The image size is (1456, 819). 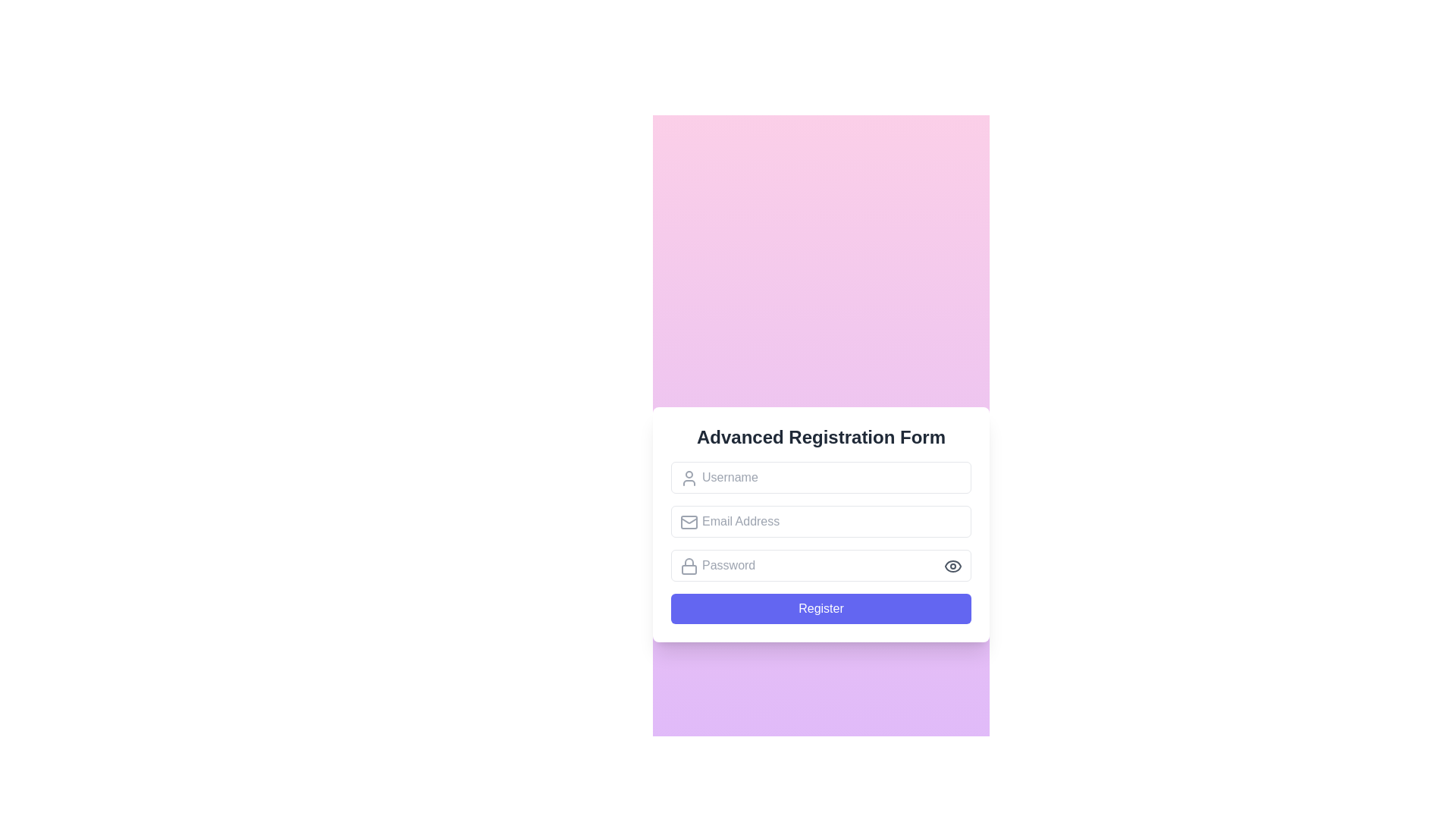 I want to click on the visibility toggle button for the password input field, which is located at the far right of the password text box, so click(x=952, y=566).